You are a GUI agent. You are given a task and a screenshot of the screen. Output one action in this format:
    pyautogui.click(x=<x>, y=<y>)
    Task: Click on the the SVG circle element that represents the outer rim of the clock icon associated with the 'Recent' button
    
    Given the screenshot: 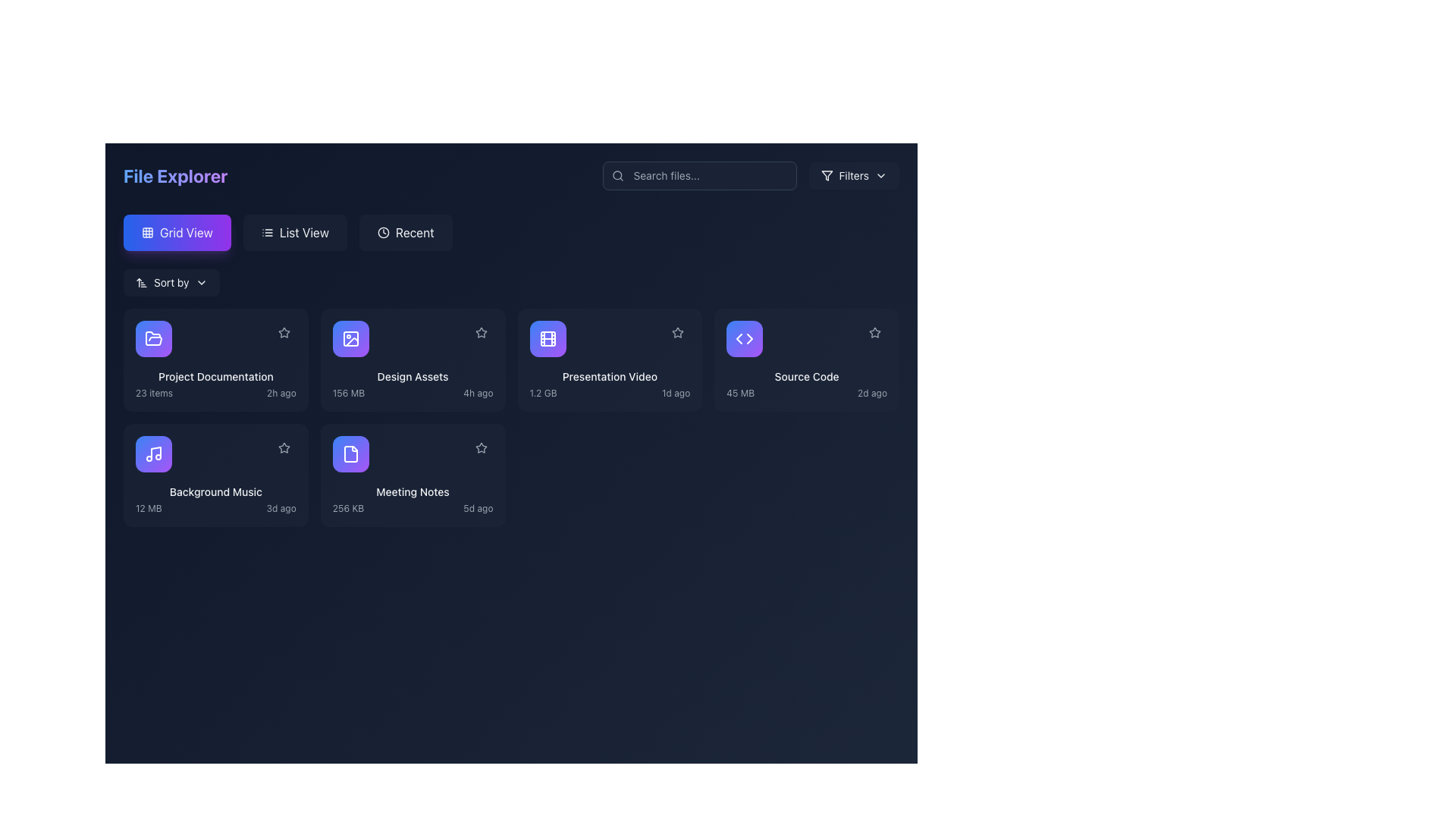 What is the action you would take?
    pyautogui.click(x=383, y=233)
    